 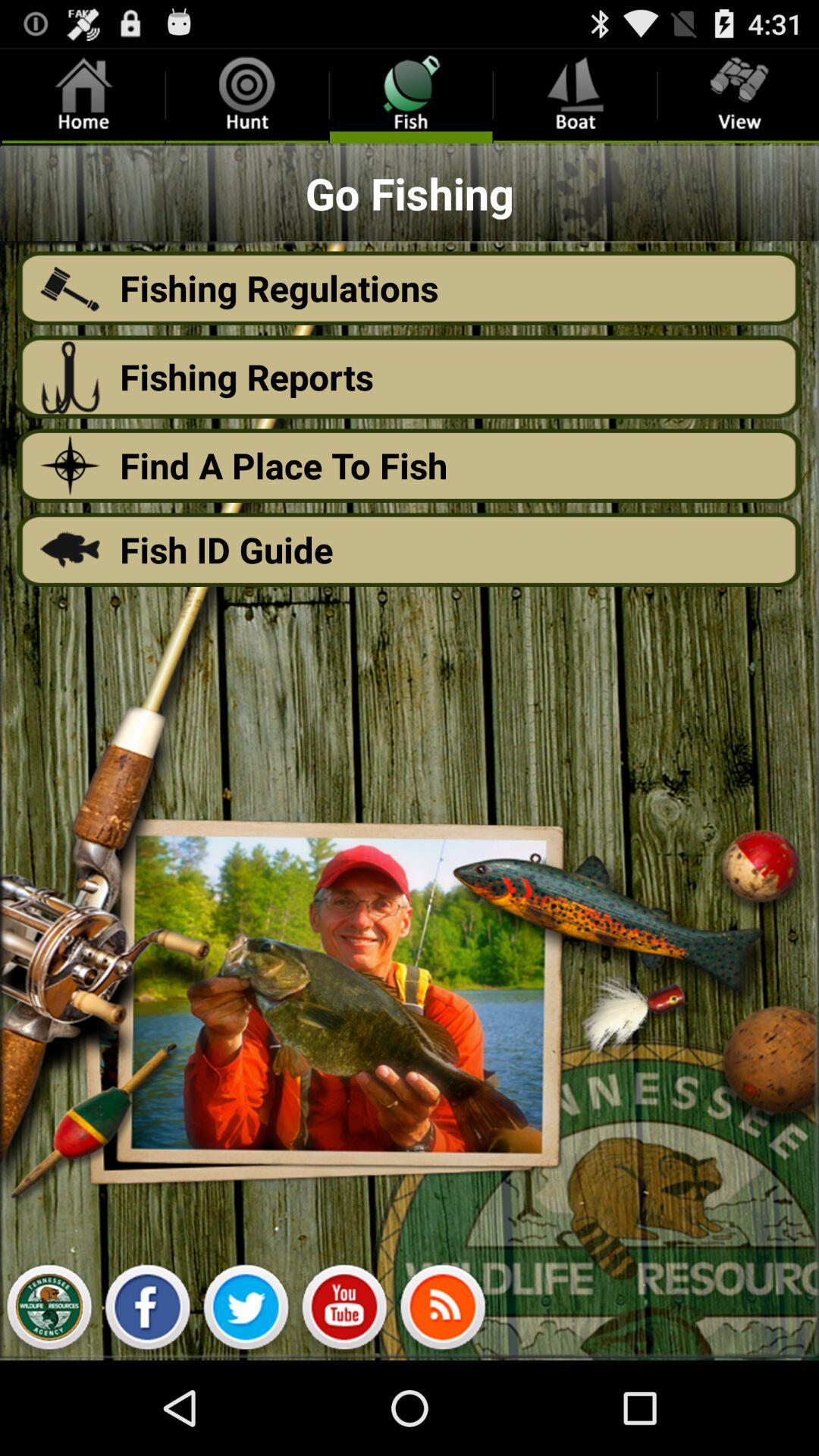 What do you see at coordinates (147, 1310) in the screenshot?
I see `shows the facebook option` at bounding box center [147, 1310].